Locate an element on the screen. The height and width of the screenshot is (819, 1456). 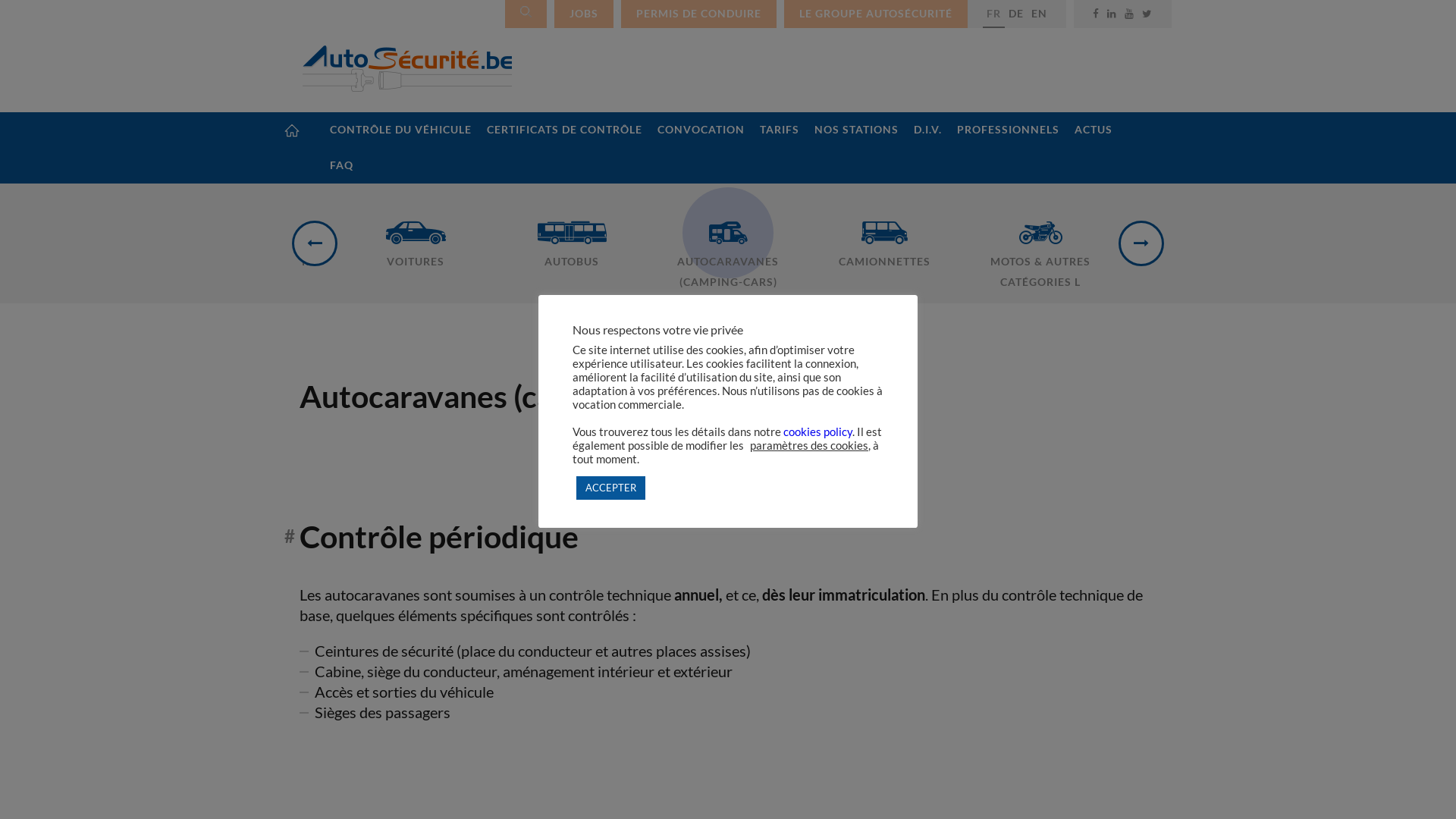
'ACTUS' is located at coordinates (1093, 129).